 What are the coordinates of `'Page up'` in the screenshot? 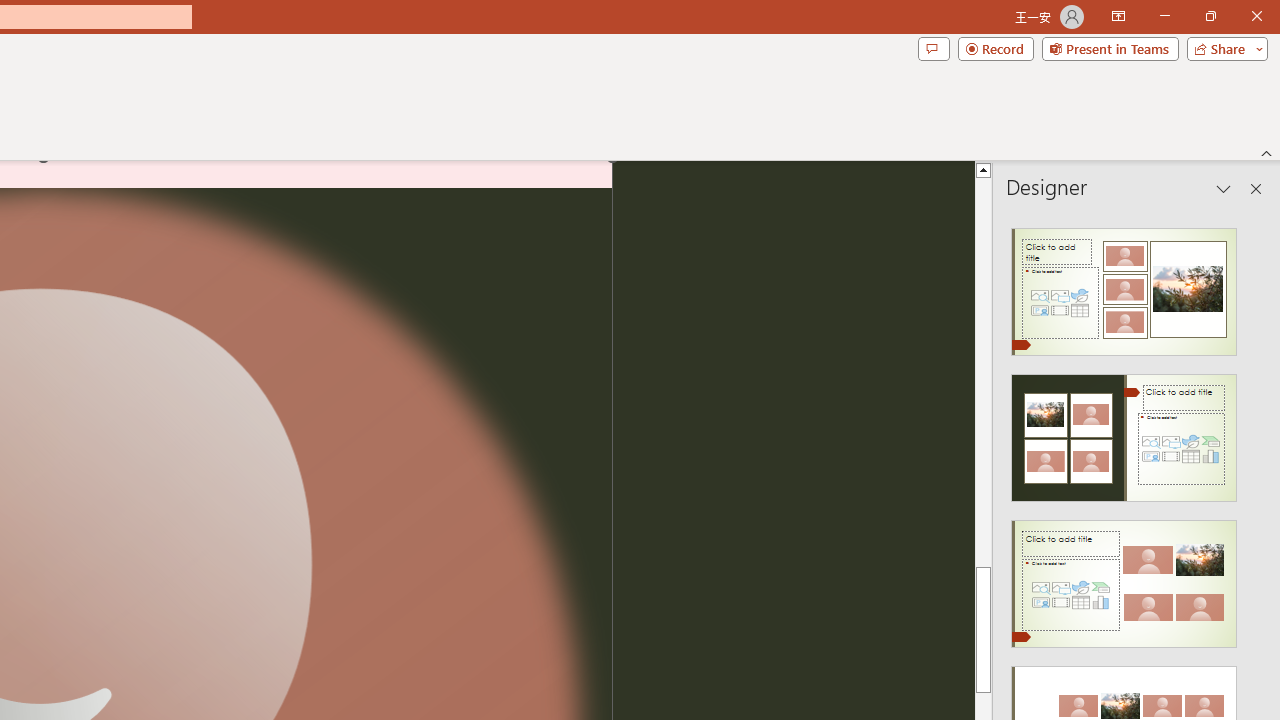 It's located at (983, 408).